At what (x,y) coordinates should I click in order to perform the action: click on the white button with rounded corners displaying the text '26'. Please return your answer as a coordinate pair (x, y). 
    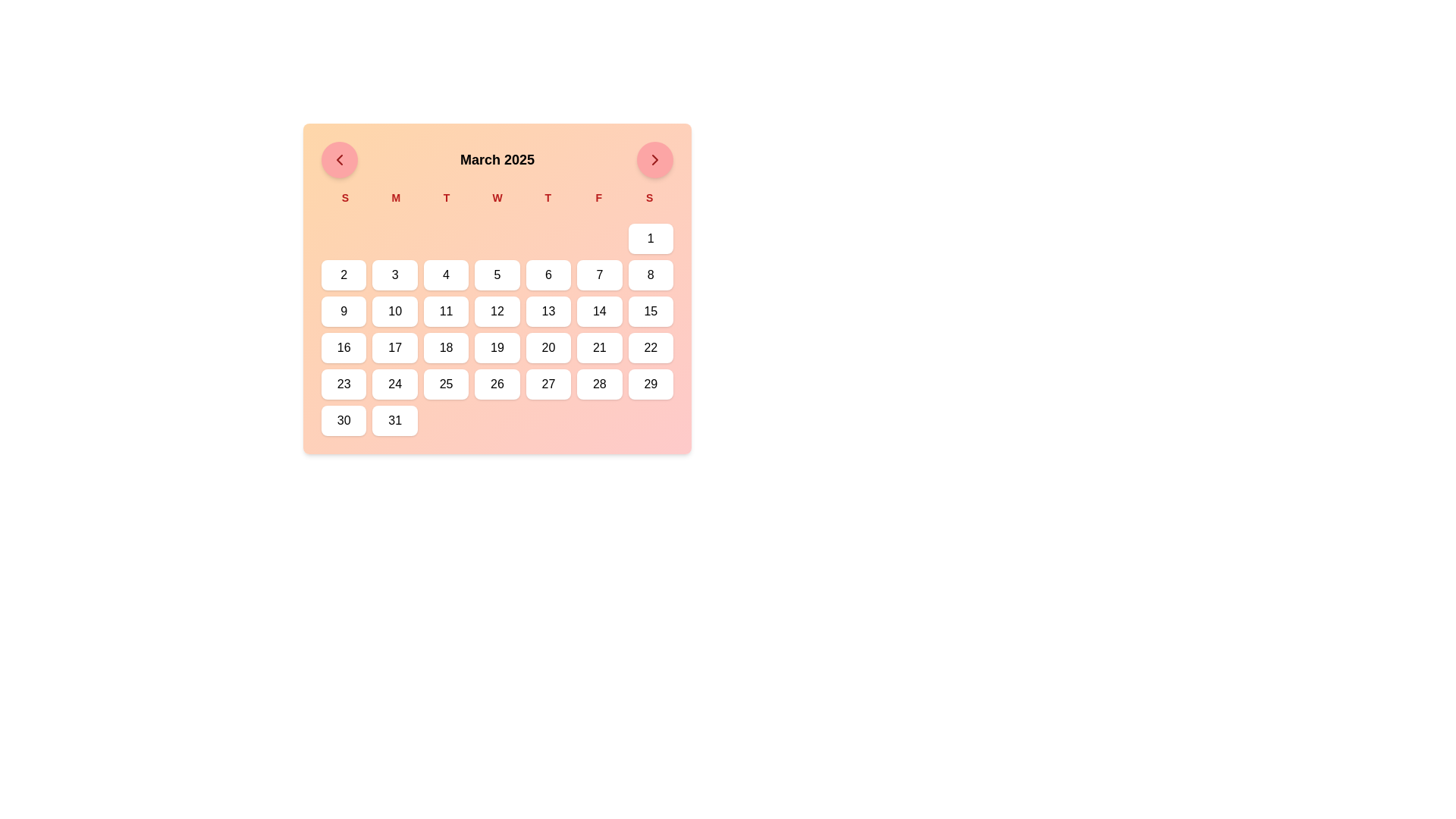
    Looking at the image, I should click on (497, 383).